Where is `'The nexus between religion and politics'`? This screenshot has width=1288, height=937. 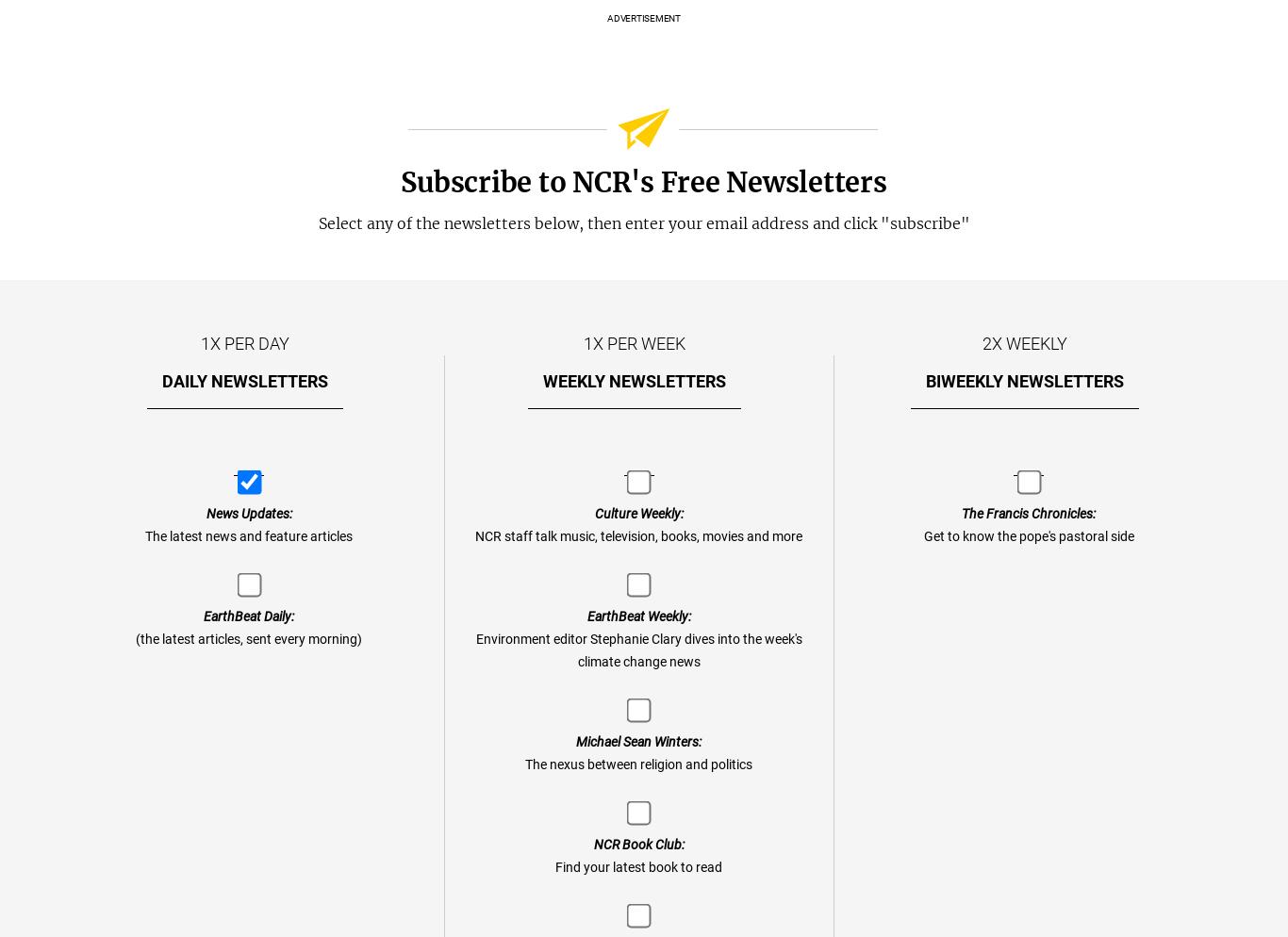
'The nexus between religion and politics' is located at coordinates (637, 764).